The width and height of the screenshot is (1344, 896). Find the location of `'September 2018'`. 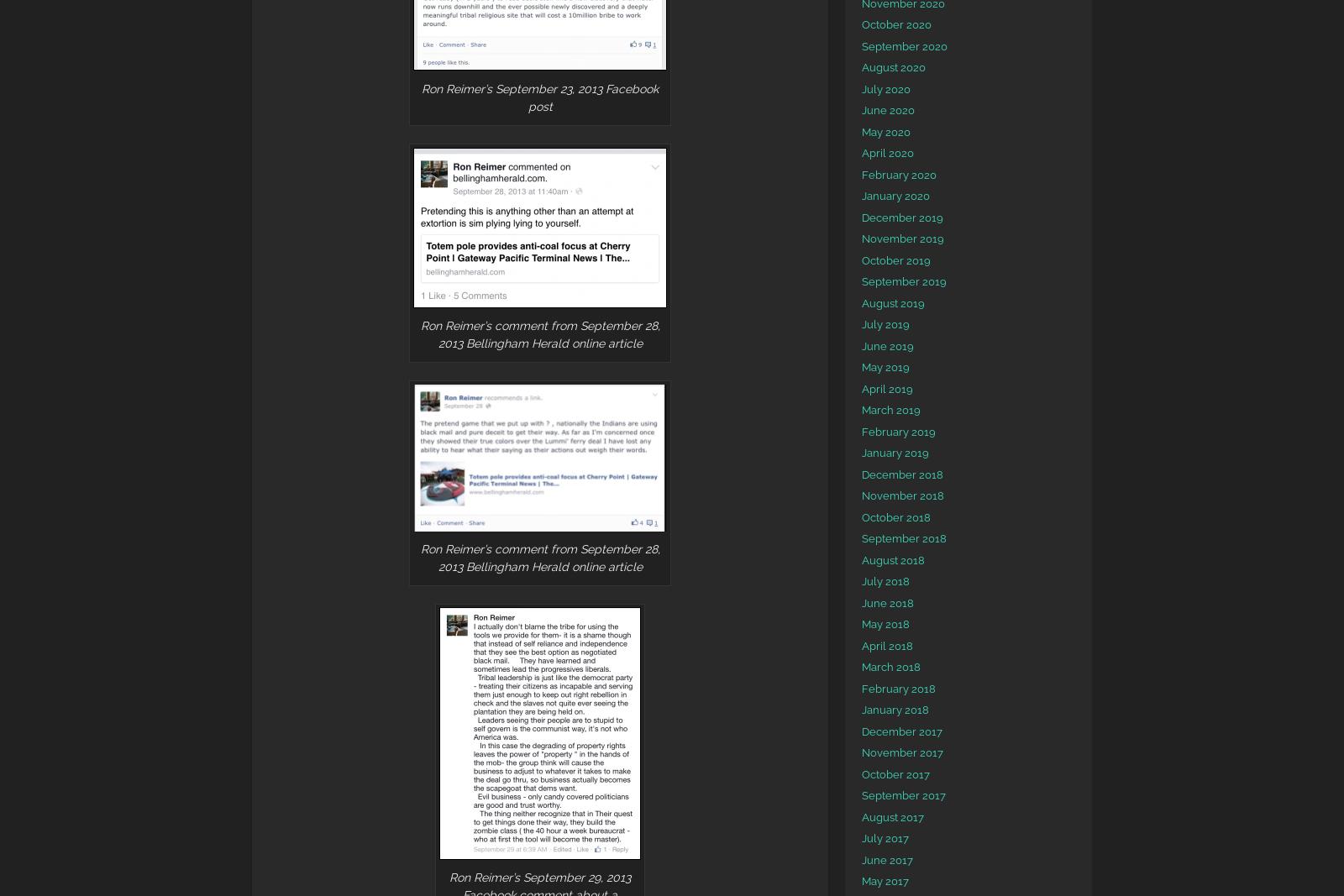

'September 2018' is located at coordinates (861, 538).